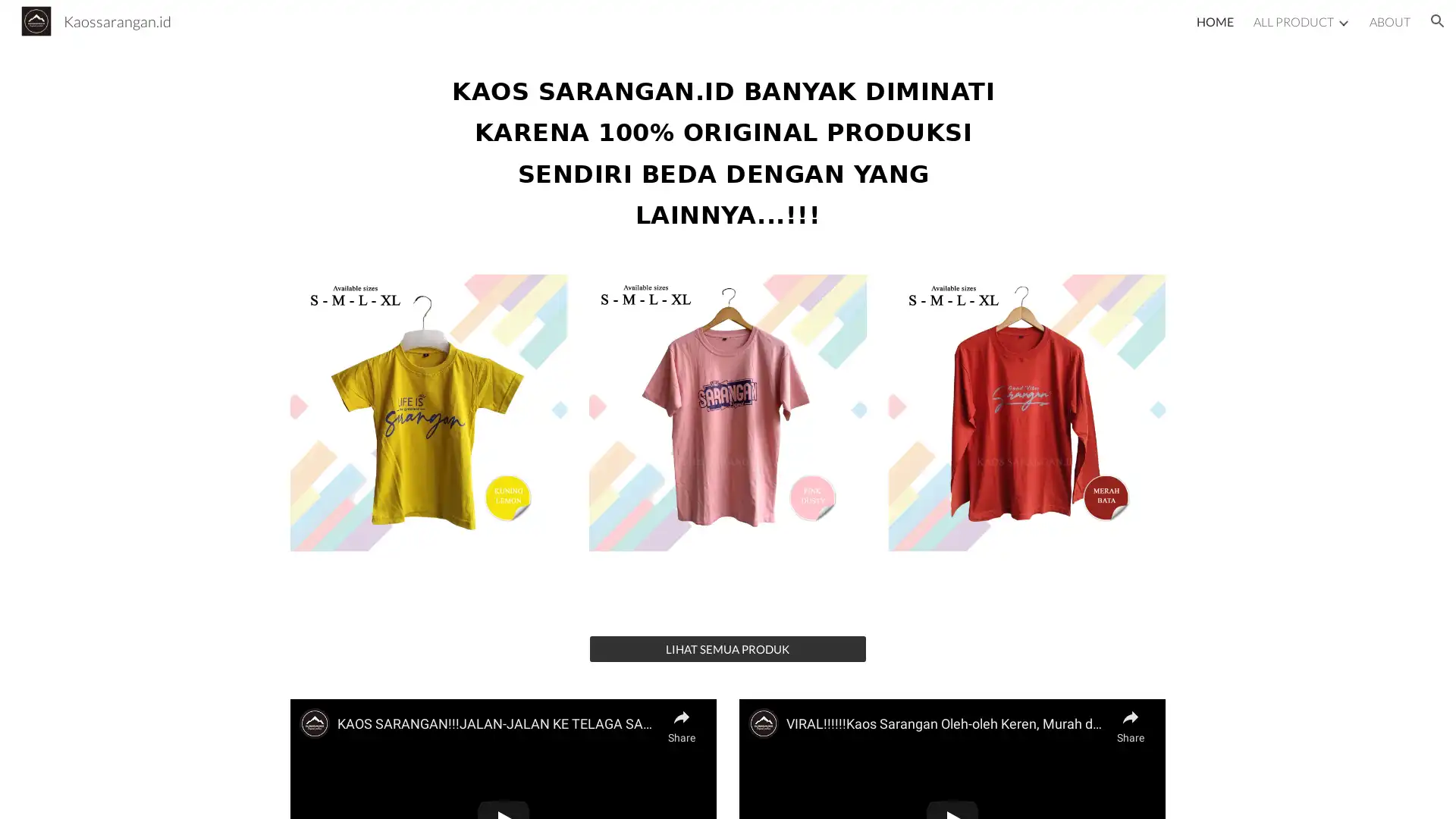  What do you see at coordinates (117, 792) in the screenshot?
I see `Google Sites` at bounding box center [117, 792].